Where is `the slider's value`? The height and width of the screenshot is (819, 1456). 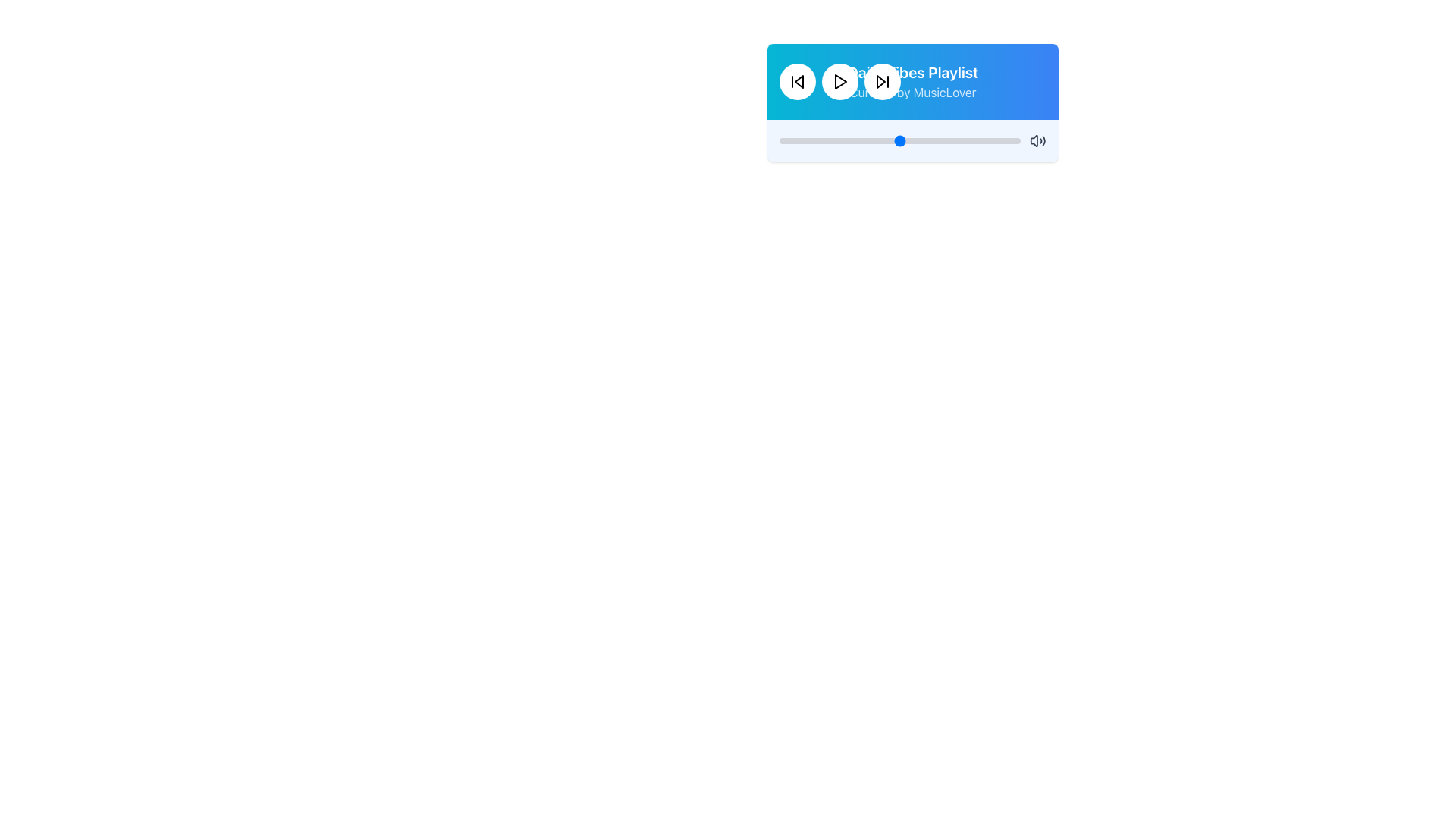 the slider's value is located at coordinates (808, 137).